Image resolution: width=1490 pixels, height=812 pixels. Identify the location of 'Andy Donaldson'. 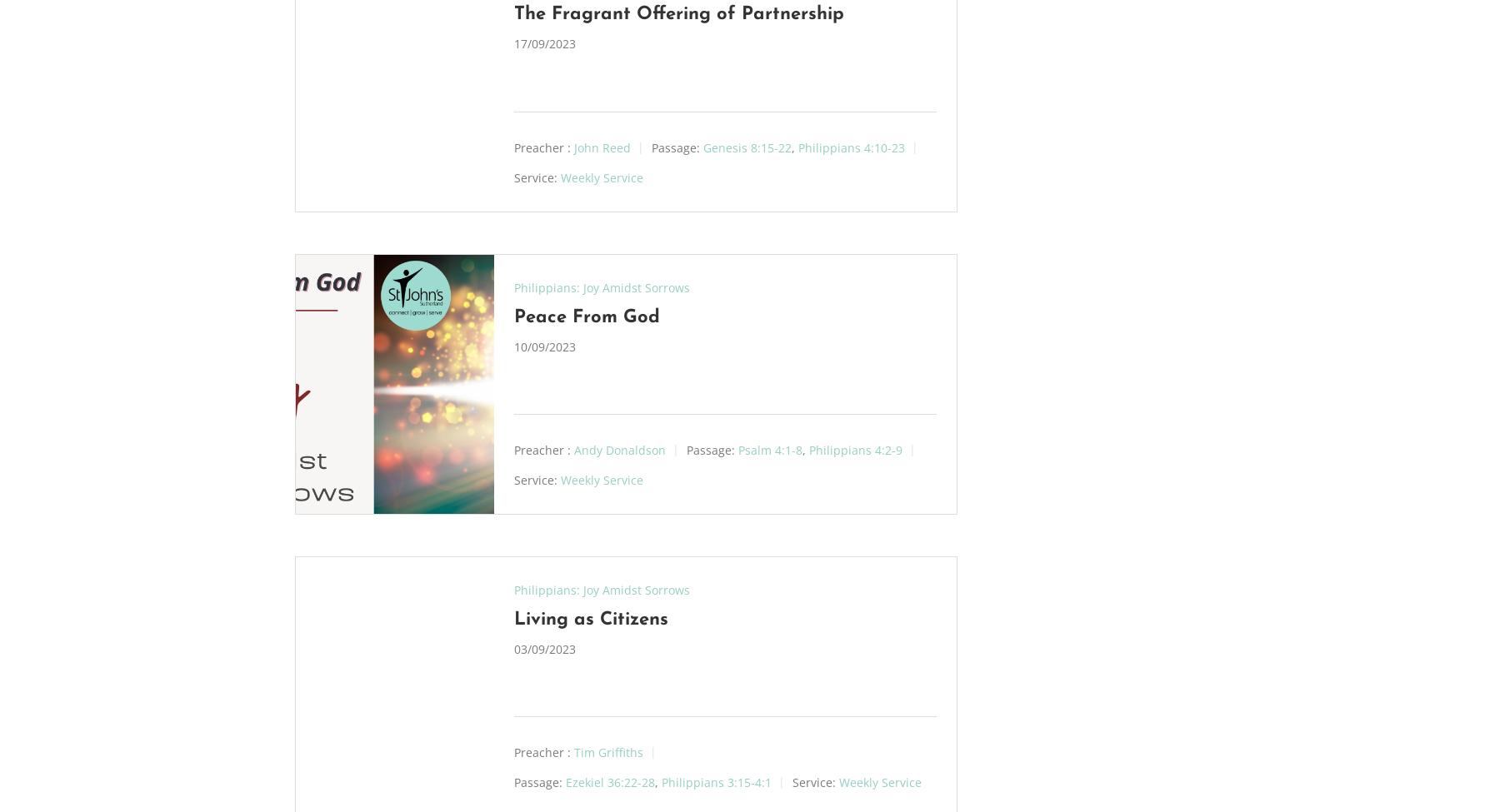
(617, 449).